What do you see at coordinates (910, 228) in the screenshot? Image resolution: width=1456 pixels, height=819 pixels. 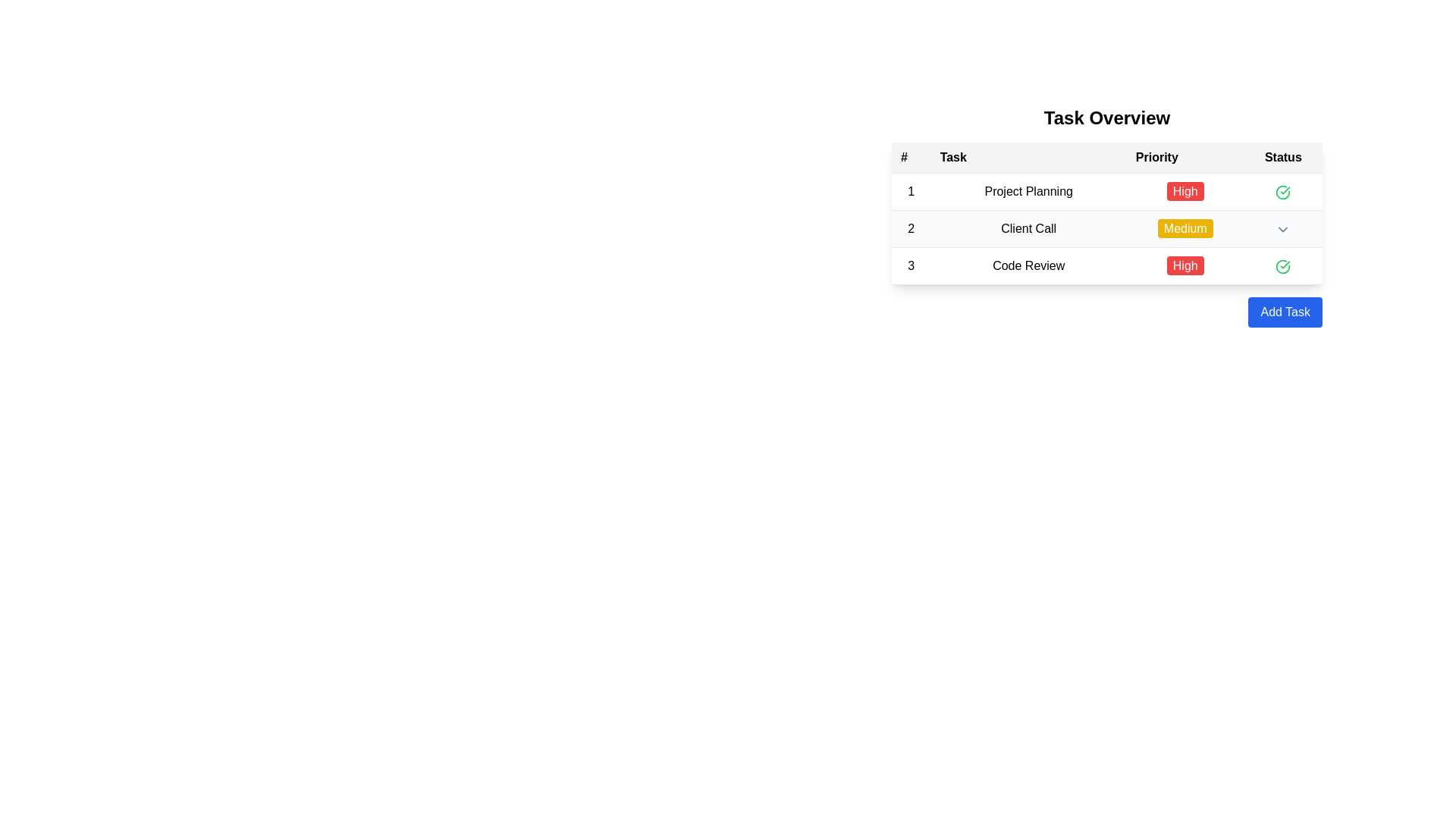 I see `the bold numeral '2' that is styled with padding and a border, located under the '#' column in the row for 'Client Call'` at bounding box center [910, 228].